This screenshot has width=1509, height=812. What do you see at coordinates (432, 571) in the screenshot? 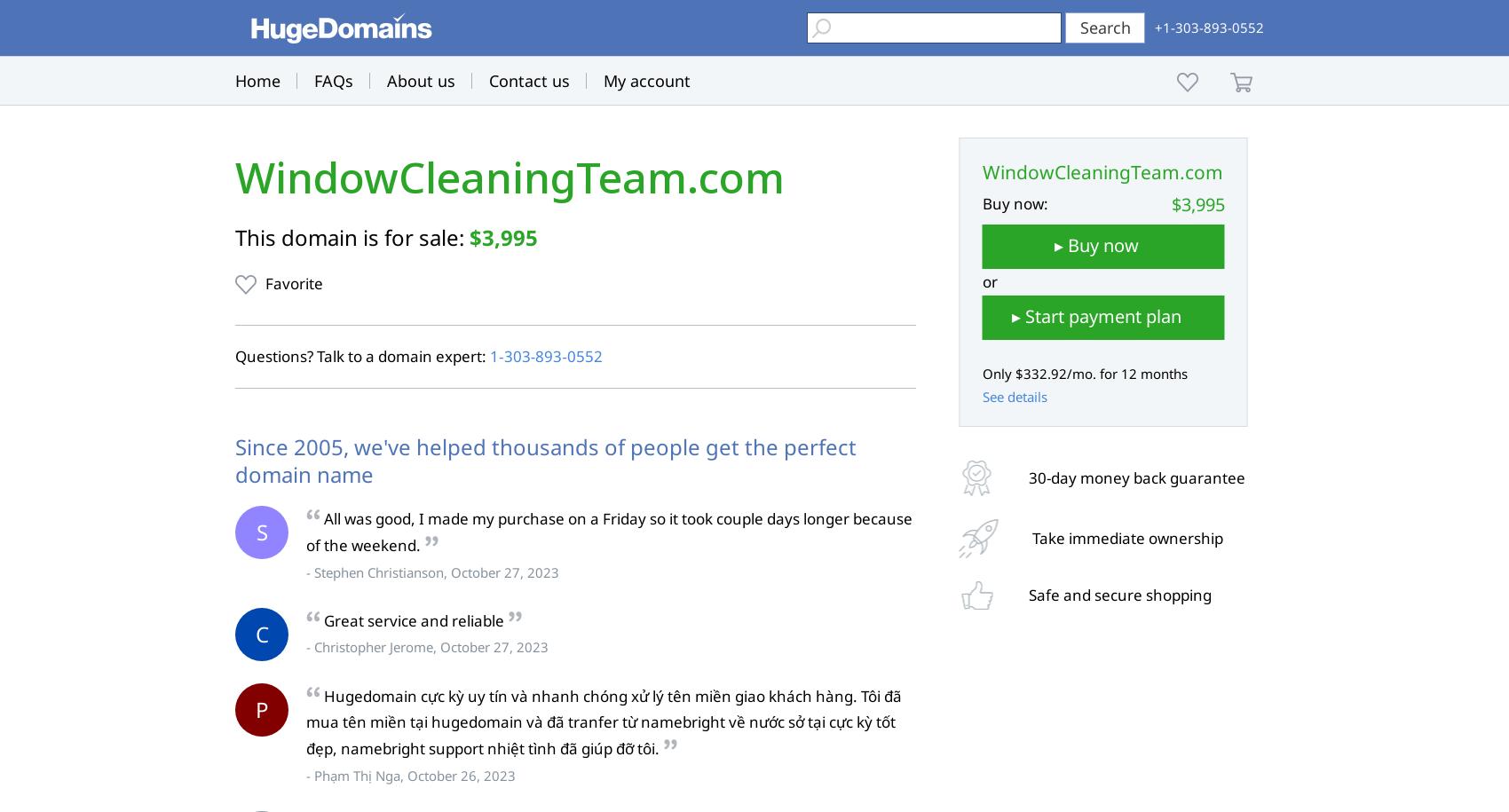
I see `'- Stephen Christianson, October 27, 2023'` at bounding box center [432, 571].